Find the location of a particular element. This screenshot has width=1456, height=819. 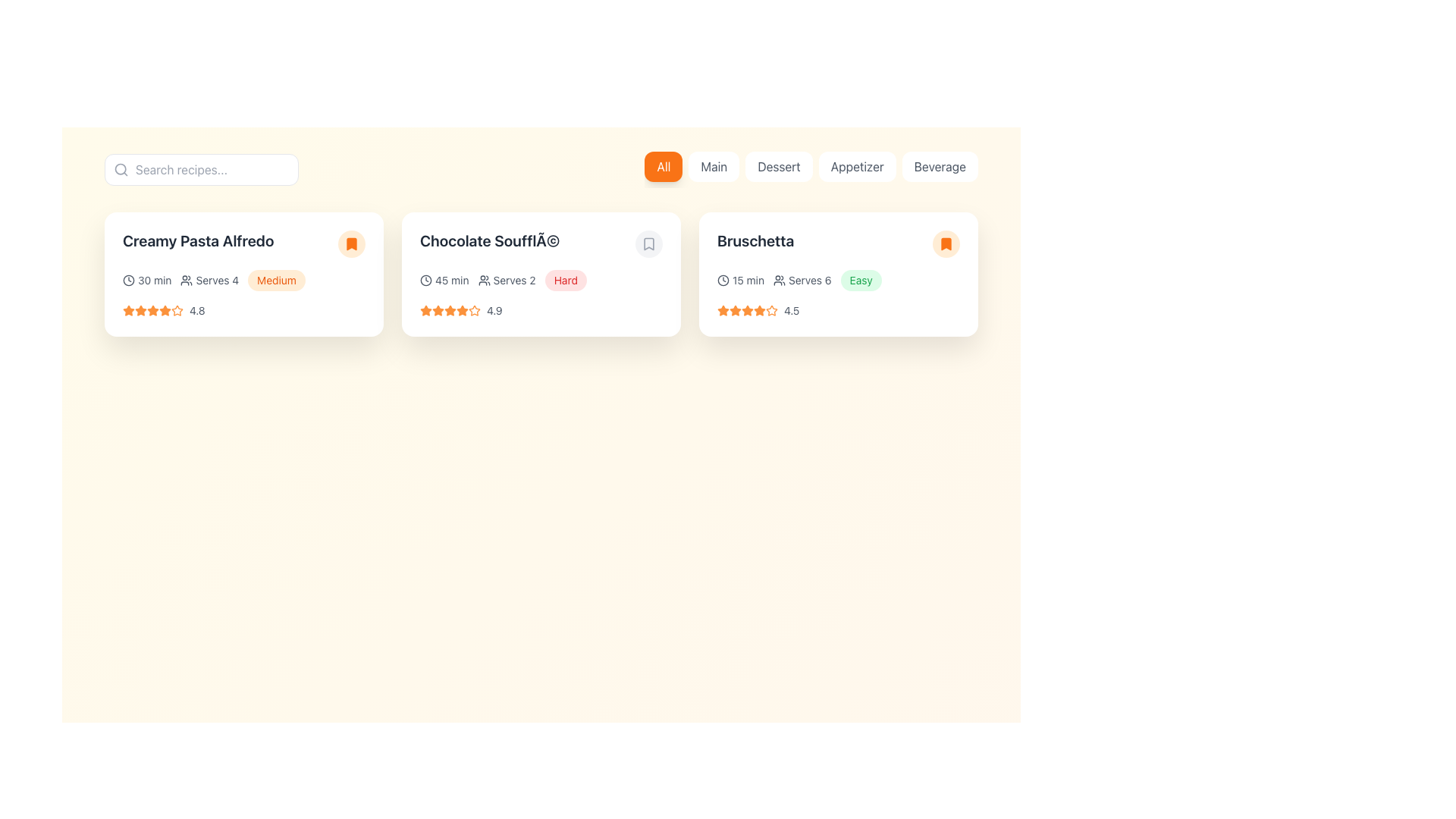

the rating information displayed as orange-colored star icons followed by the text '4.5' located at the bottom part of the 'Bruschetta' recipe card is located at coordinates (837, 309).